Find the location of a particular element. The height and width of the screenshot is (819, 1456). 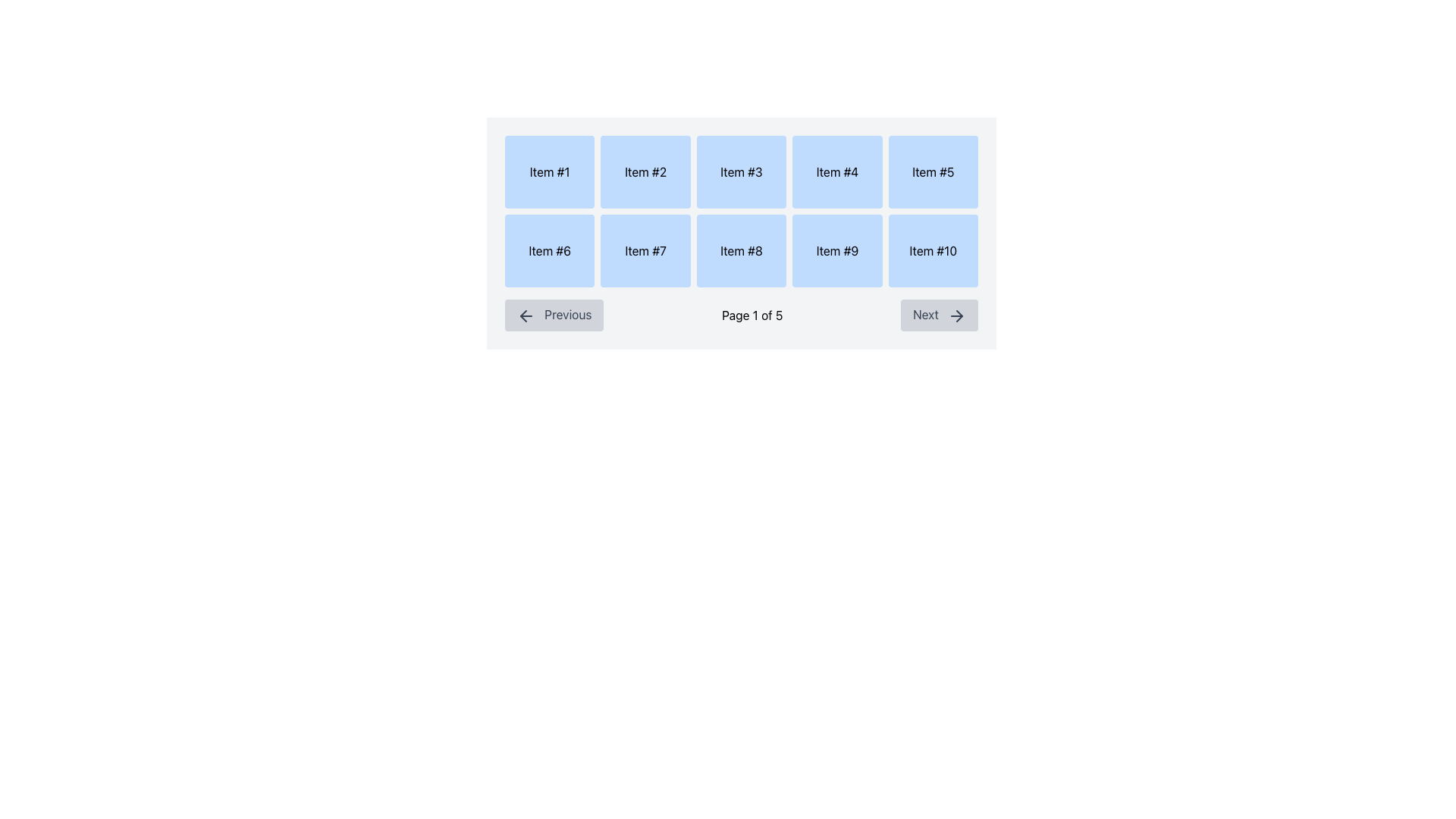

the static label located in the second row and third column within the grid layout, which serves as an identifier for an item is located at coordinates (742, 250).